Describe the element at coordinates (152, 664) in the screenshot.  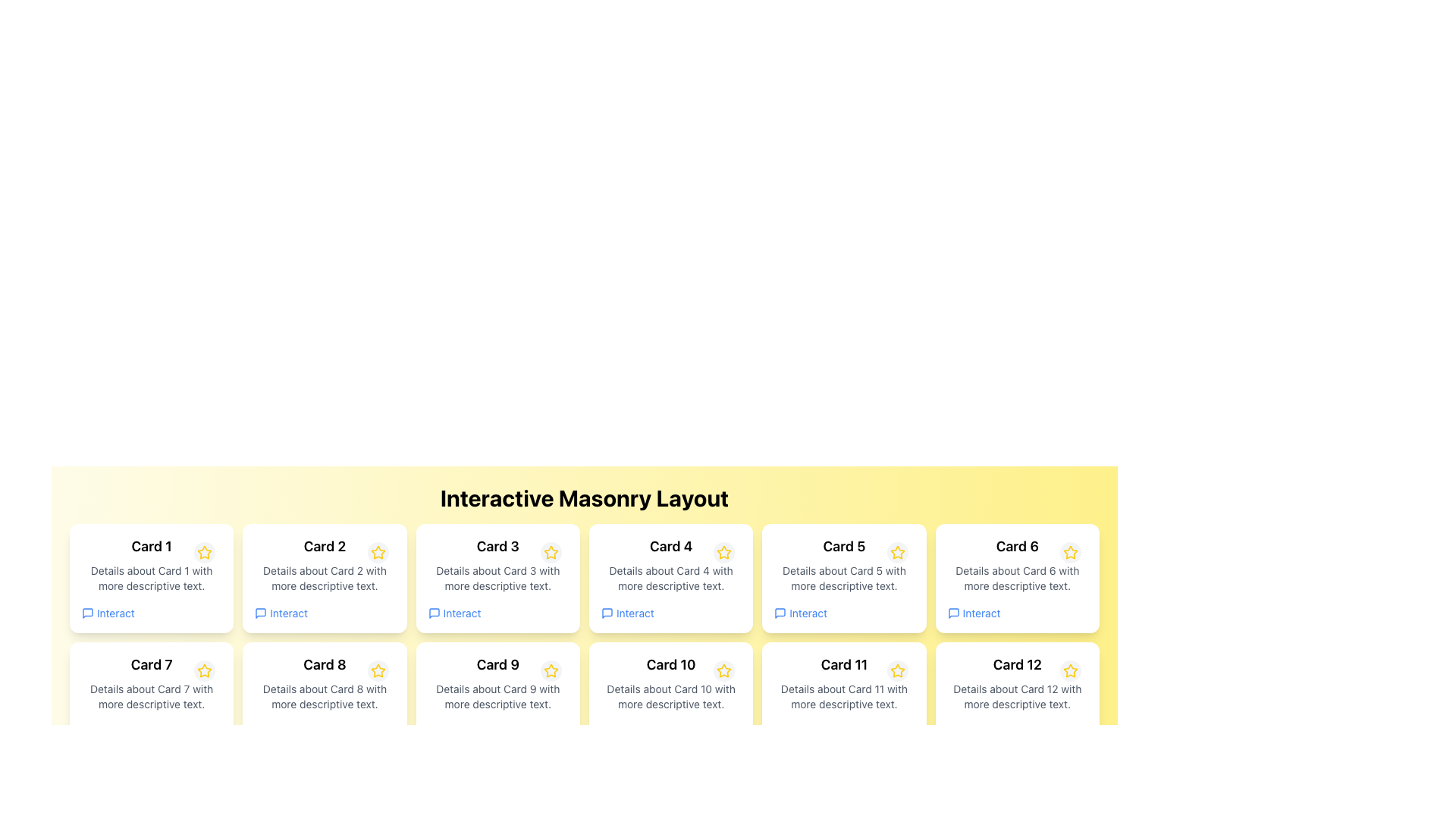
I see `the text element displaying 'Card 7' which is styled as a bold title within a card layout, located in the bottom row of the card grid` at that location.